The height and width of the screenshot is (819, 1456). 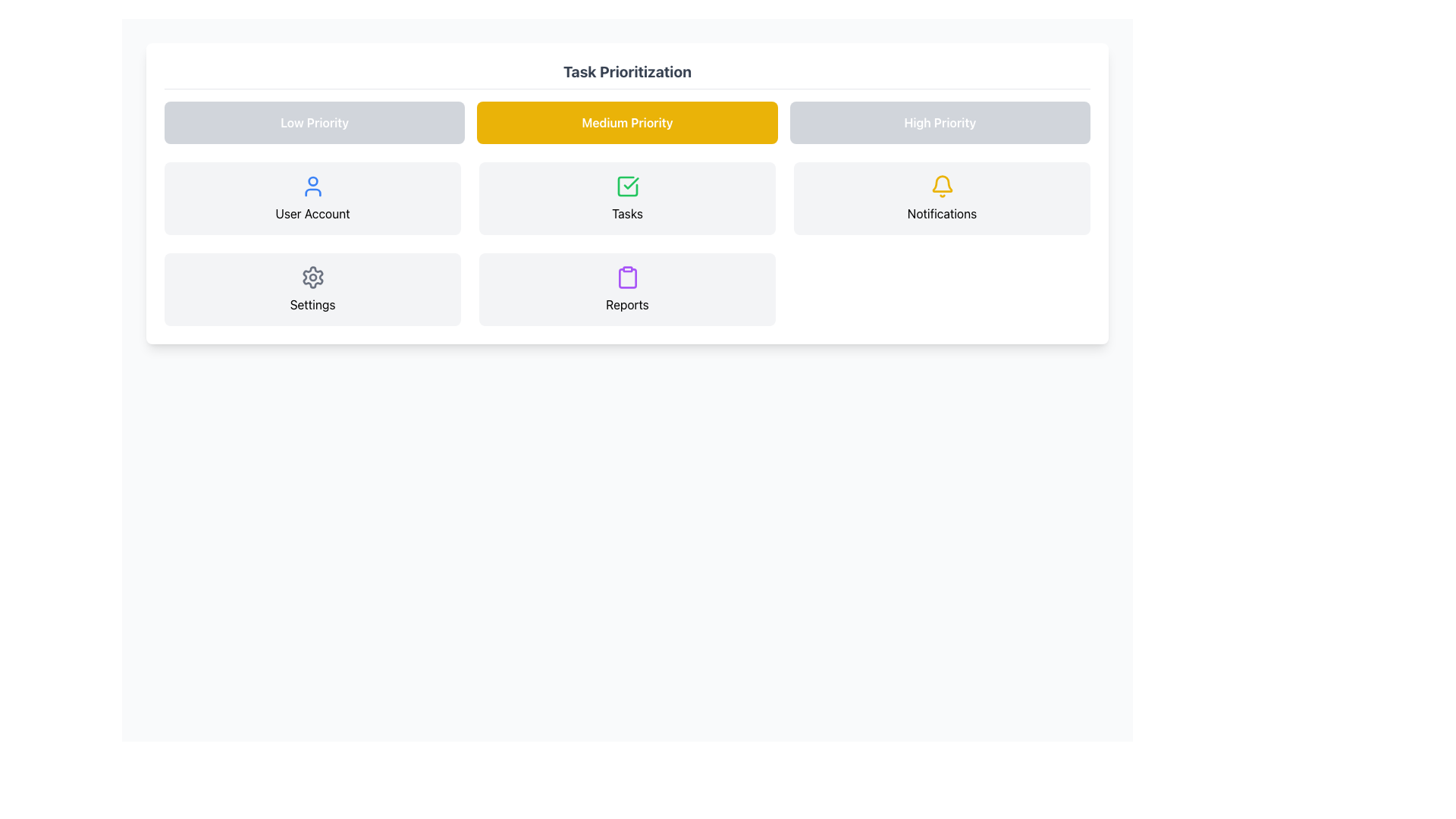 I want to click on the 'Reports' text label in bold black font located in the bottom row, center column of the grid layout, so click(x=627, y=304).